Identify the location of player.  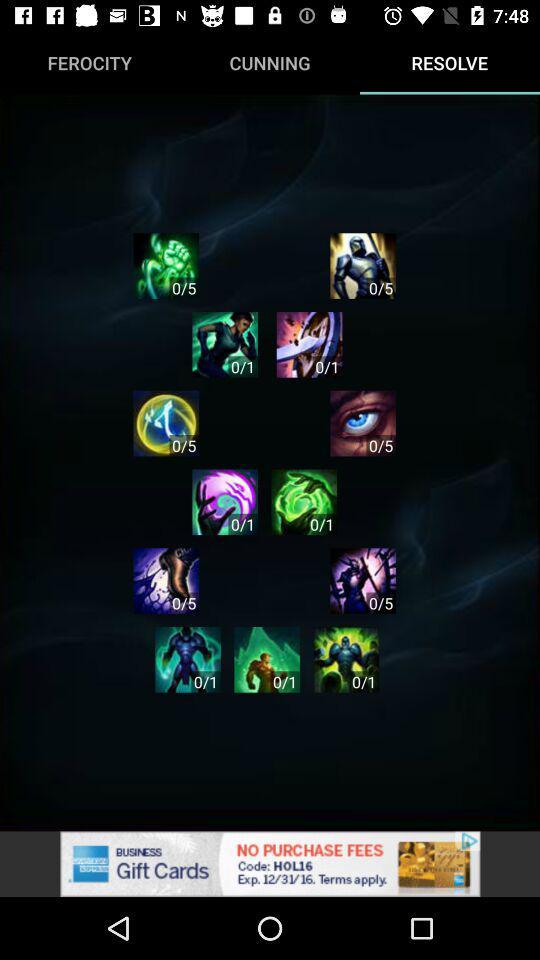
(309, 344).